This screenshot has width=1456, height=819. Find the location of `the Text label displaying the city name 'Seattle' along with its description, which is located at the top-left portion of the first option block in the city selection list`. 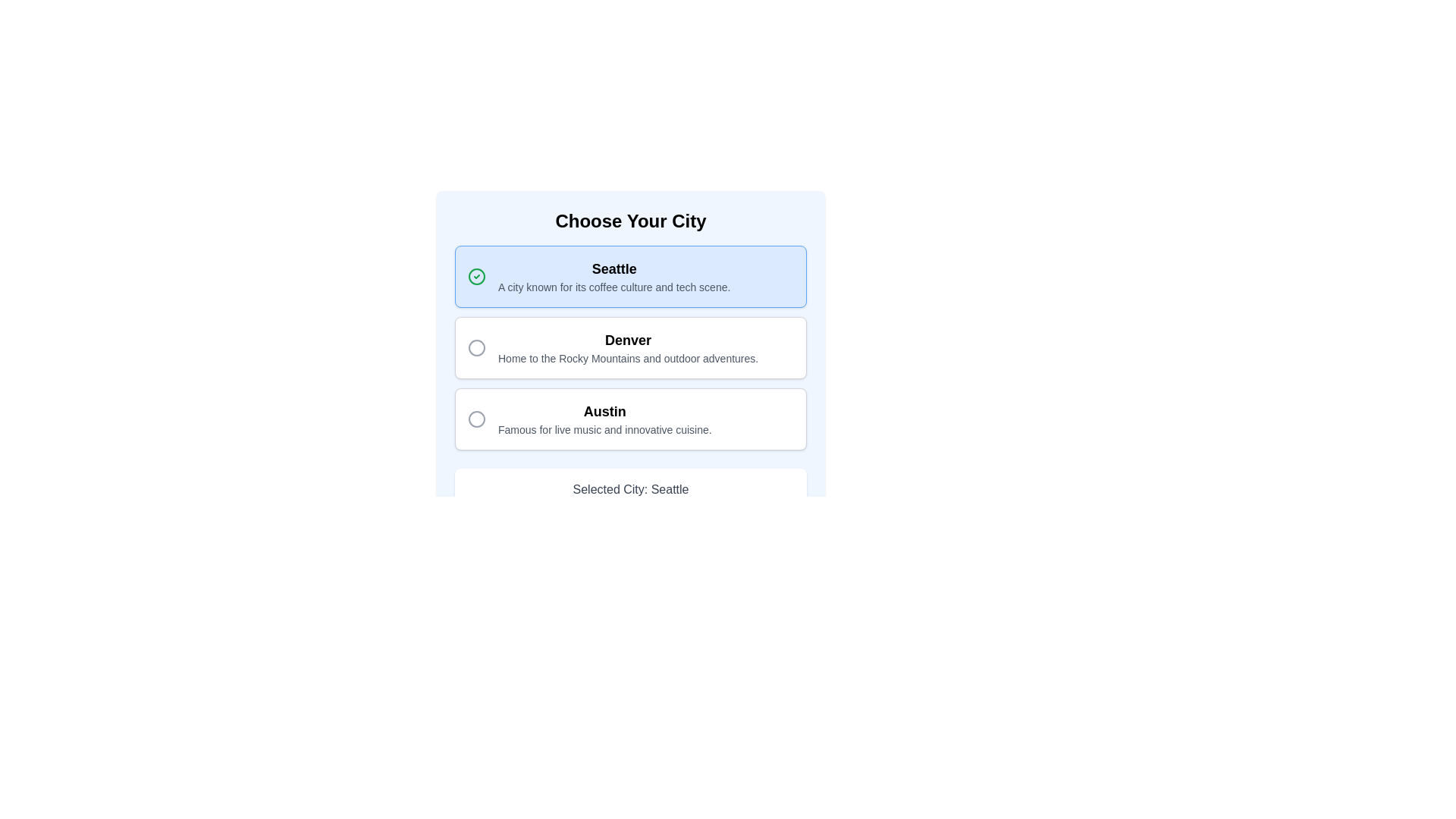

the Text label displaying the city name 'Seattle' along with its description, which is located at the top-left portion of the first option block in the city selection list is located at coordinates (614, 277).